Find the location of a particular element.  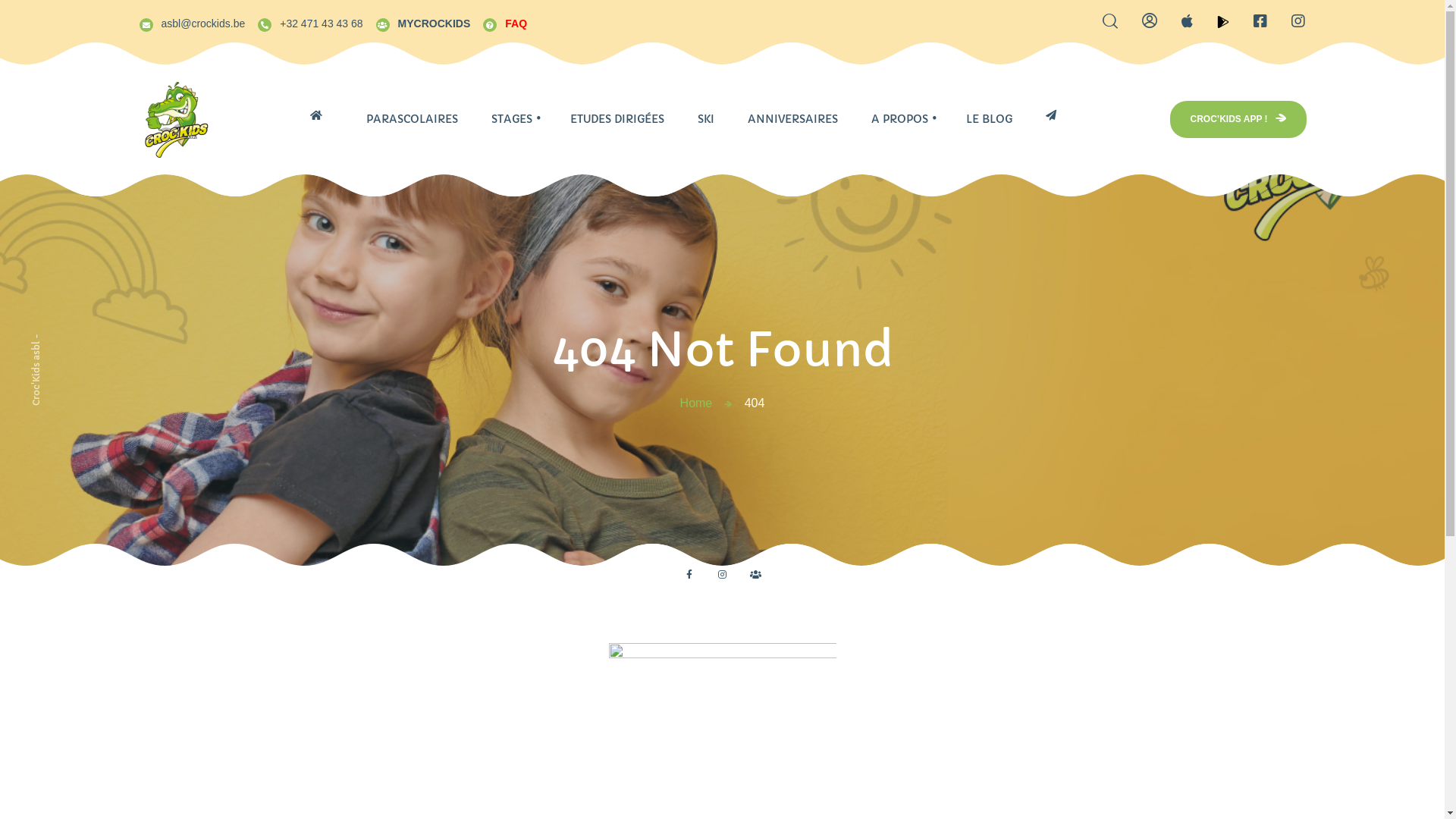

'LE BLOG' is located at coordinates (989, 118).